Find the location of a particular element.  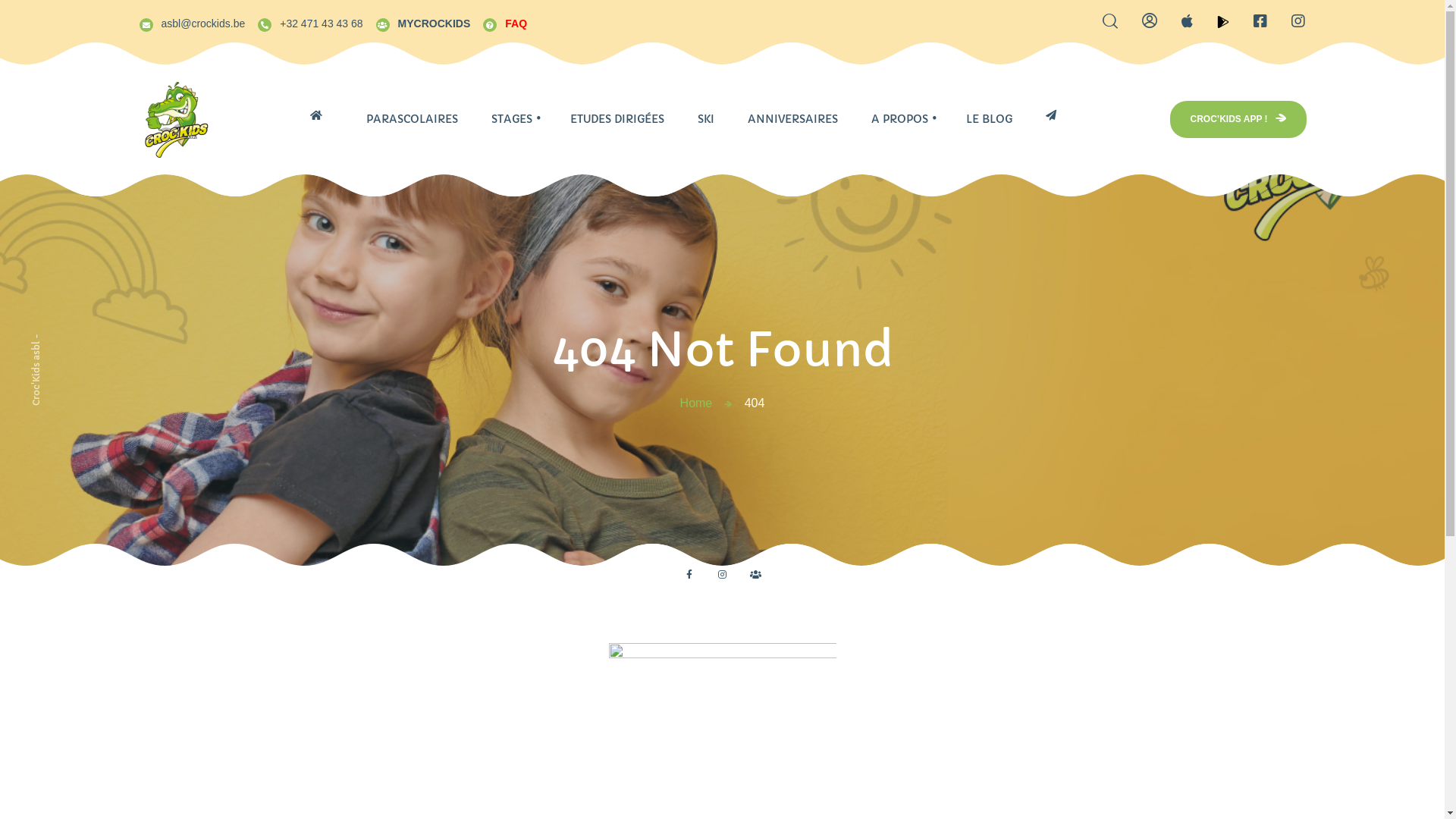

'LE BLOG' is located at coordinates (989, 118).